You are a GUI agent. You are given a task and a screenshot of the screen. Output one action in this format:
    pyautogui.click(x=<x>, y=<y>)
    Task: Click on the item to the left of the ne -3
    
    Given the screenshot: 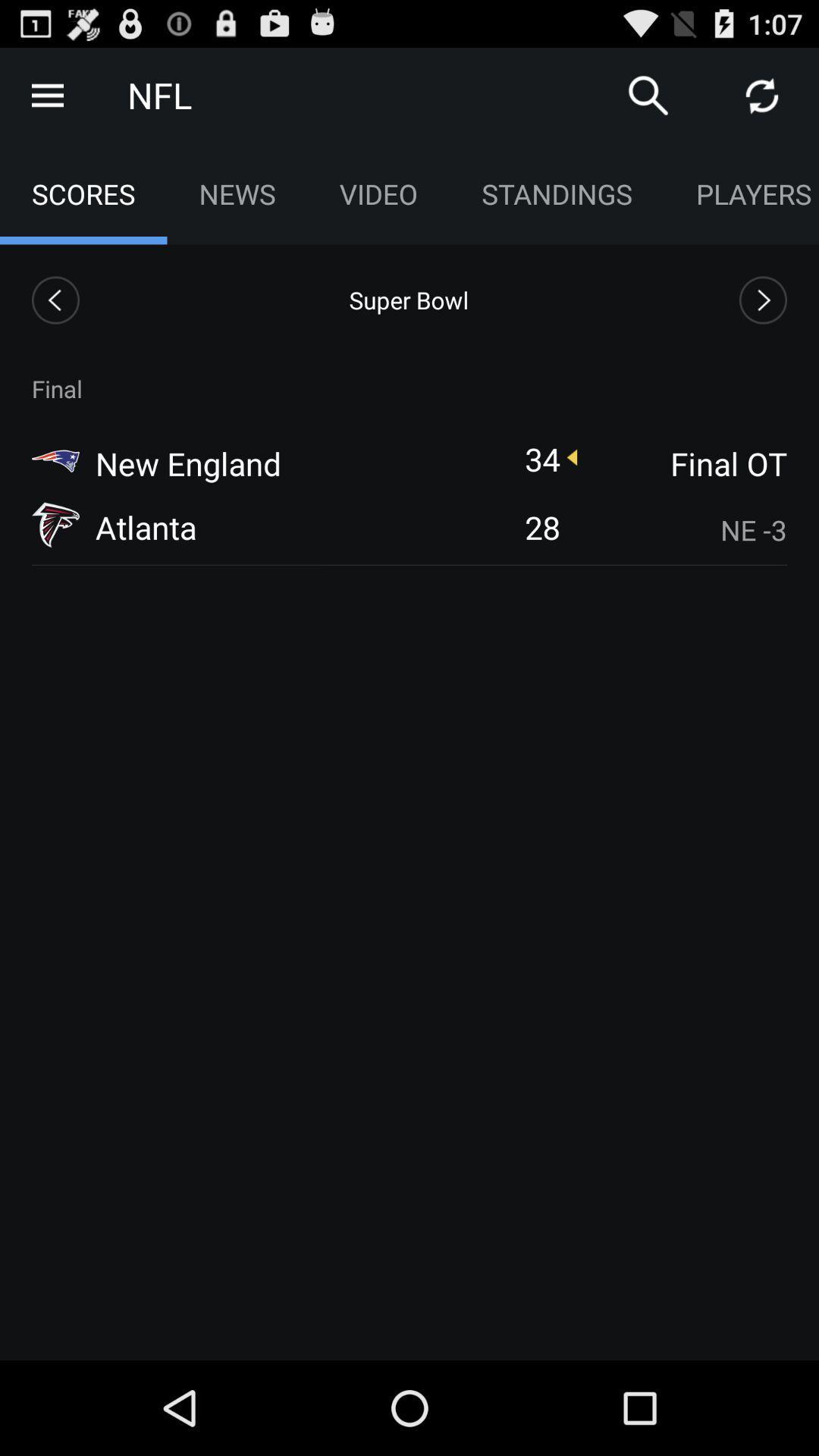 What is the action you would take?
    pyautogui.click(x=541, y=527)
    